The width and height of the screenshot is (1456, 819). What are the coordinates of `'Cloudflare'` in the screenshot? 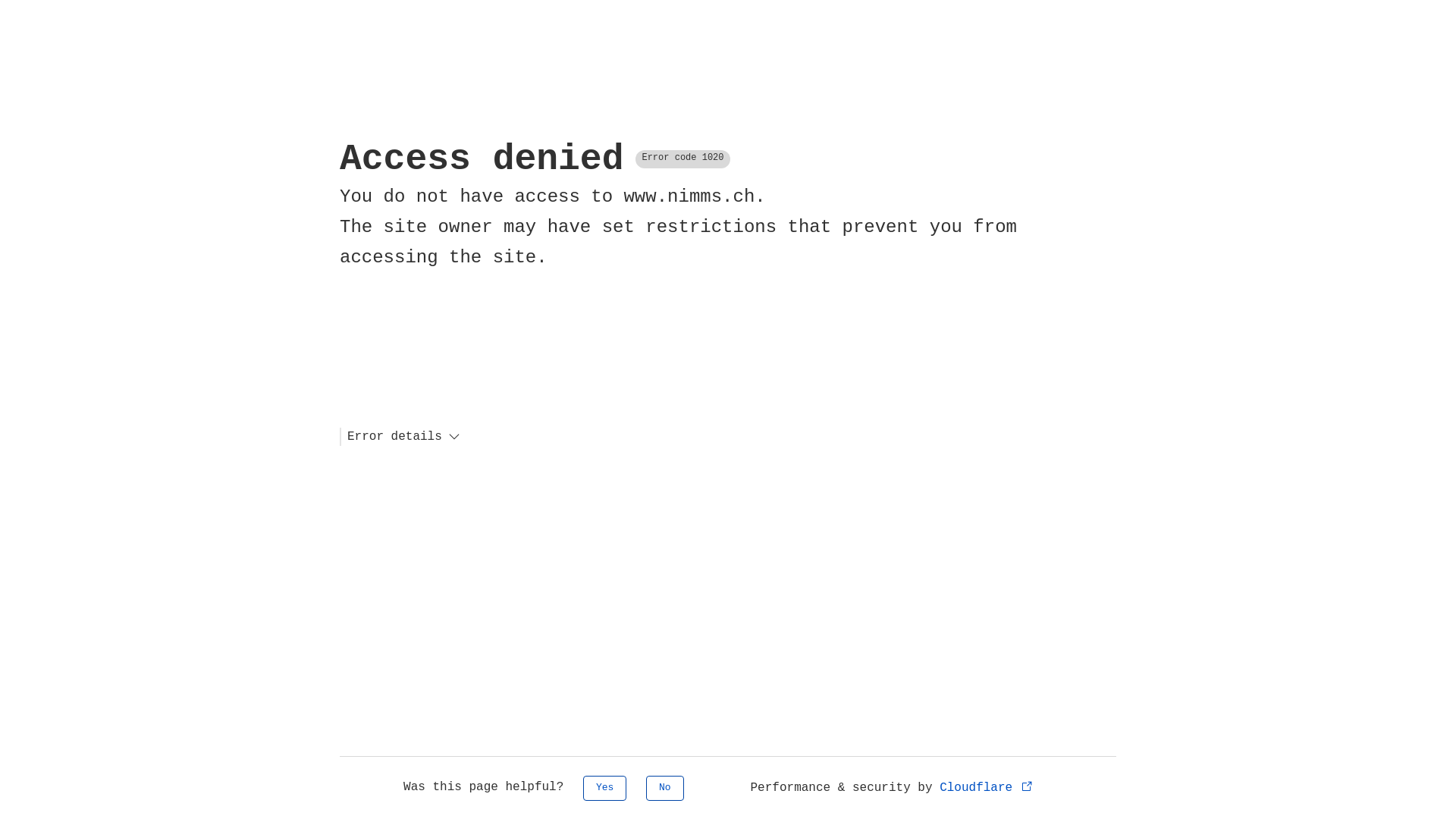 It's located at (987, 786).